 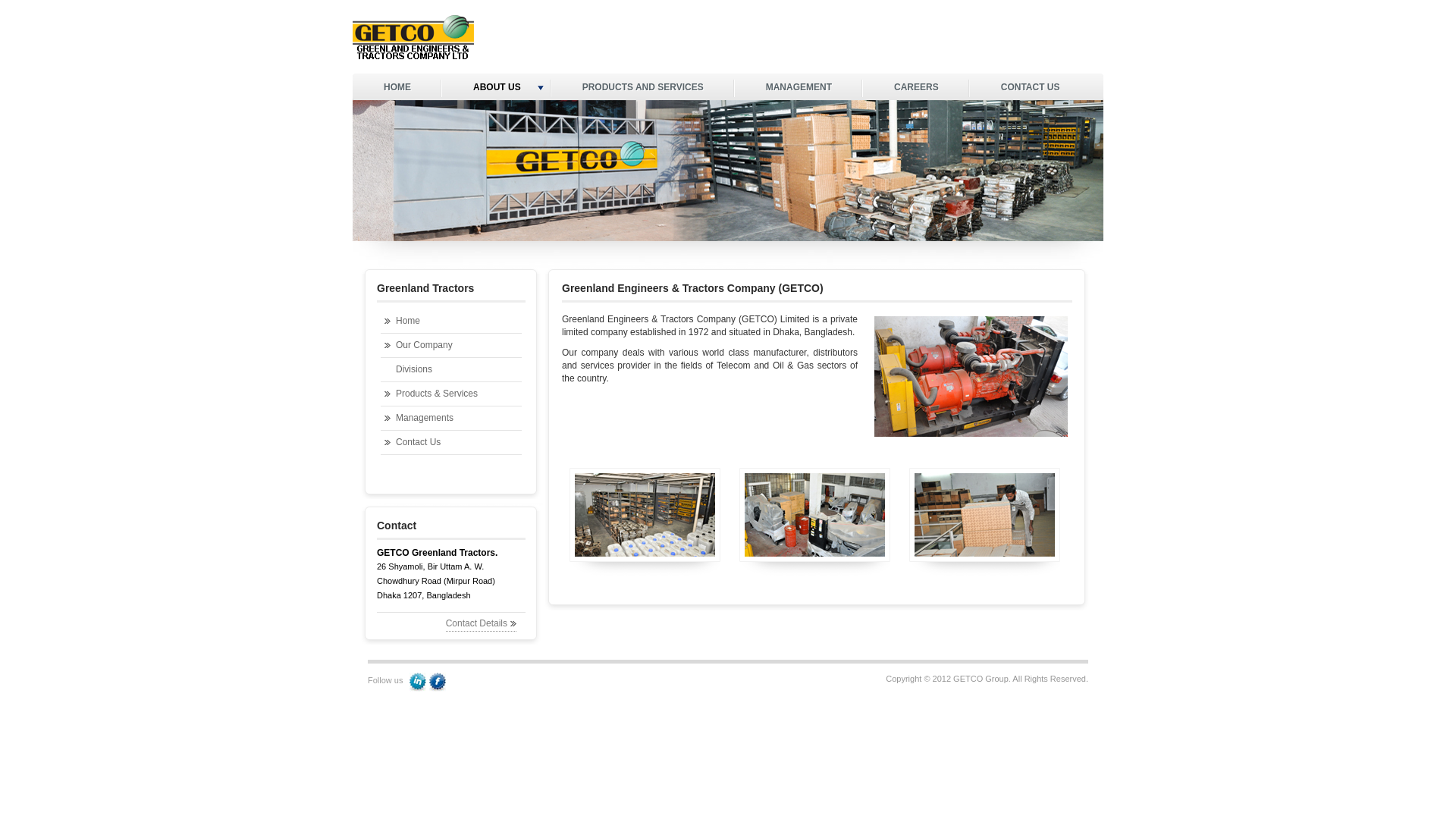 I want to click on 'CAREERS', so click(x=862, y=88).